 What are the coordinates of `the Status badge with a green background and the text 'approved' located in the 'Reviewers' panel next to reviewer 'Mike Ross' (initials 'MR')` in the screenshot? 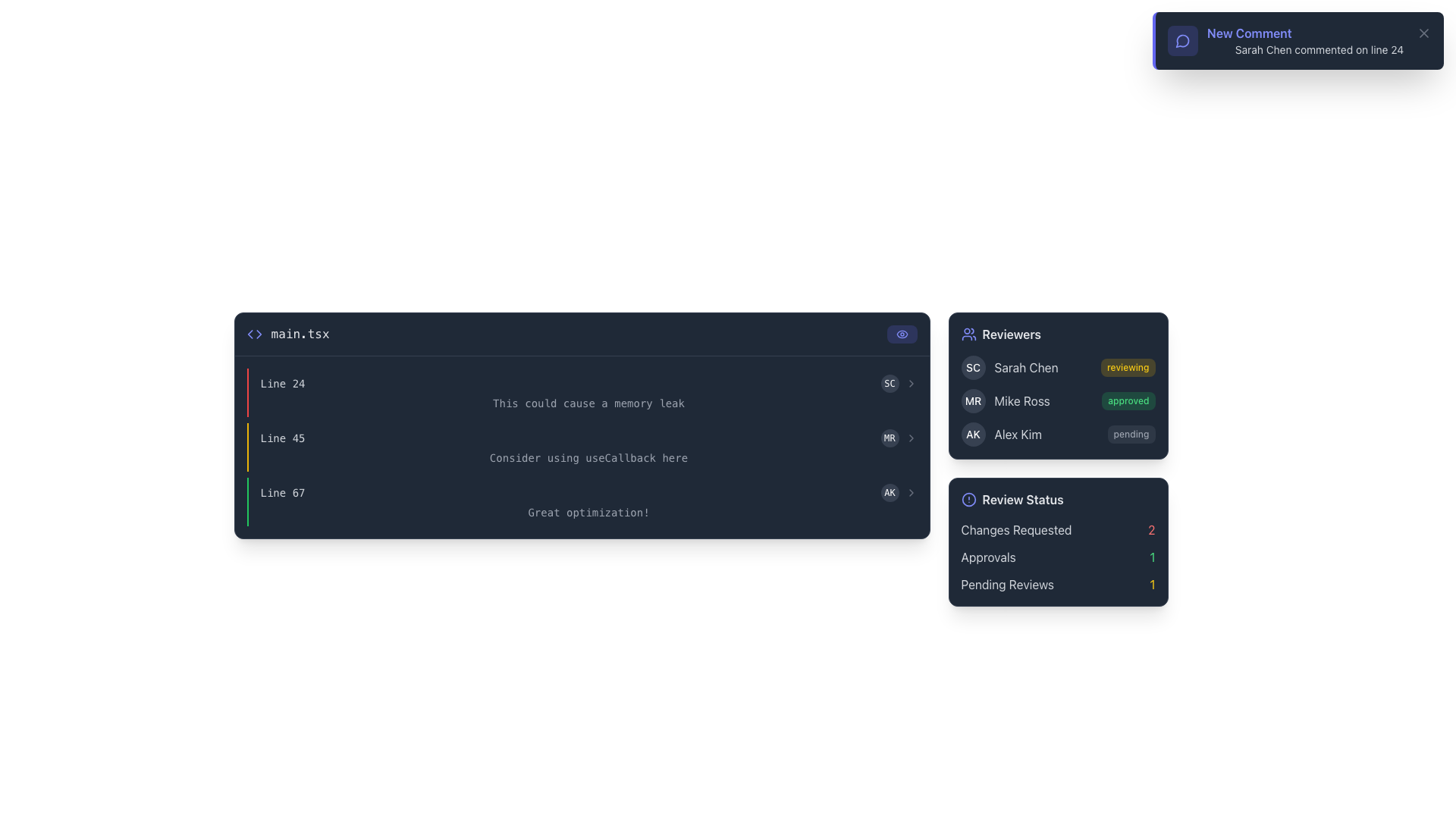 It's located at (1128, 400).